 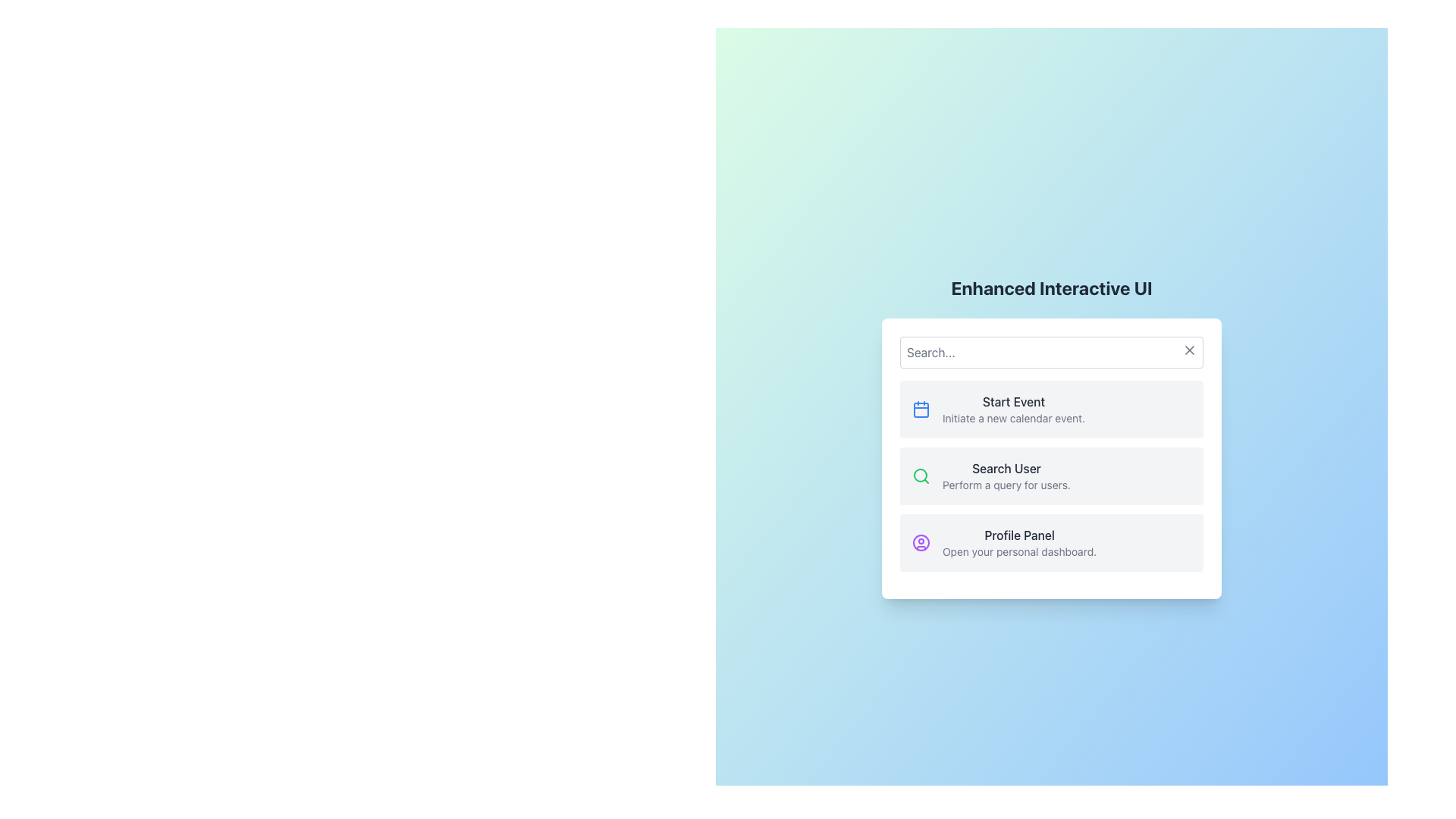 What do you see at coordinates (1051, 475) in the screenshot?
I see `the second menu option for searching a user within the application to navigate` at bounding box center [1051, 475].